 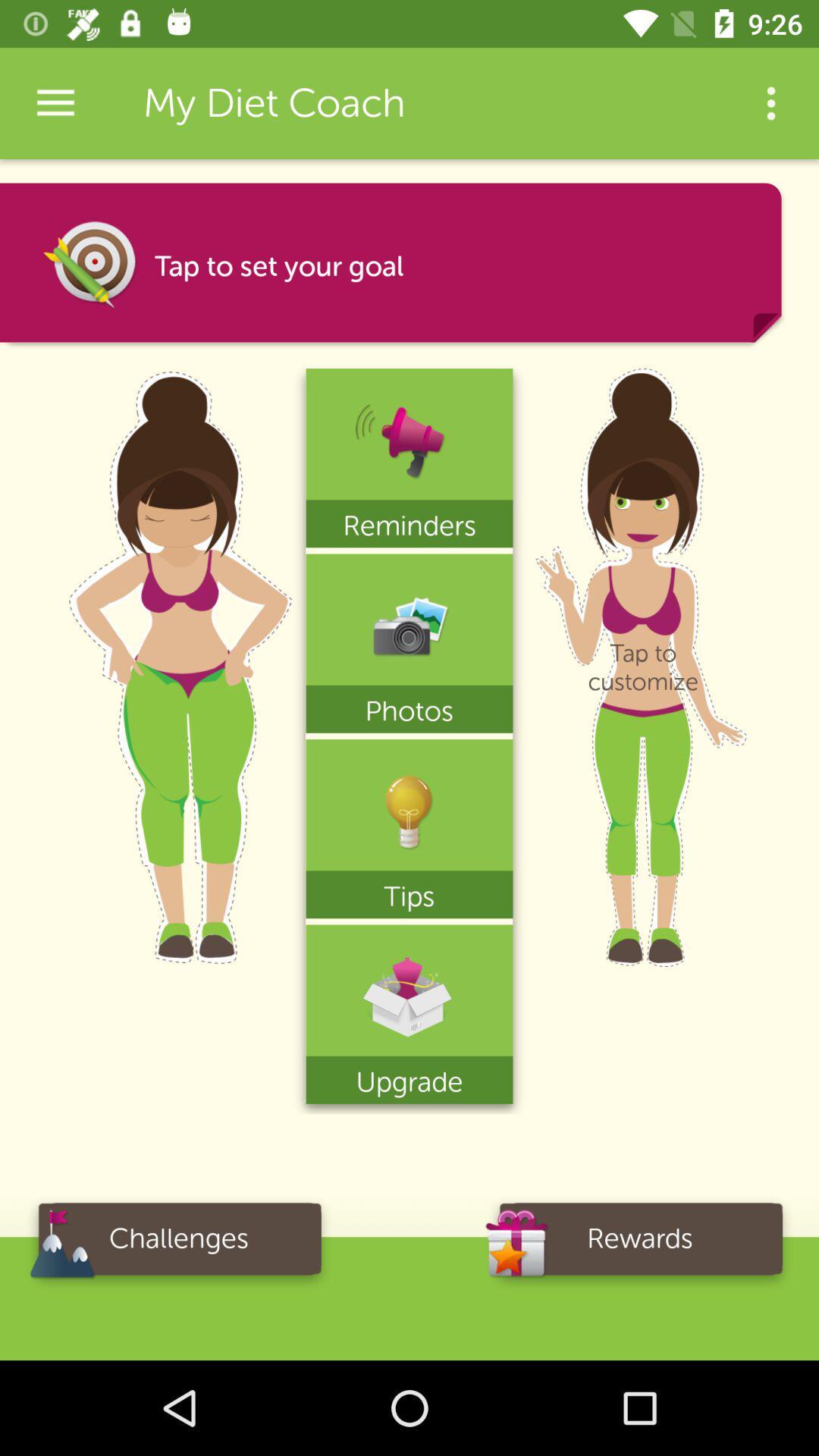 I want to click on the rewards icon, so click(x=640, y=1244).